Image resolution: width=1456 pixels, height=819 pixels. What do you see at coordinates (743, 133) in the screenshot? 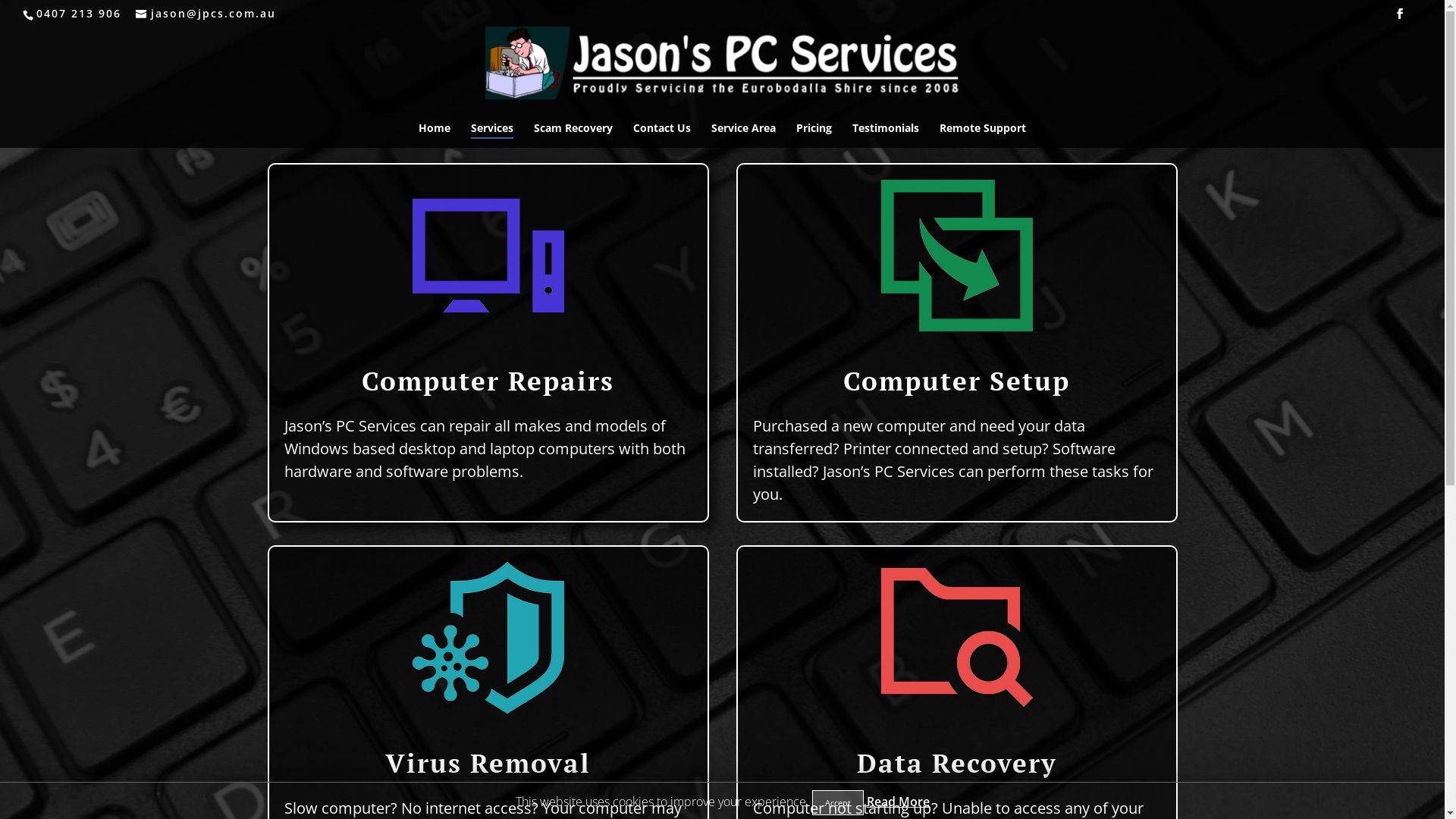
I see `'Service Area'` at bounding box center [743, 133].